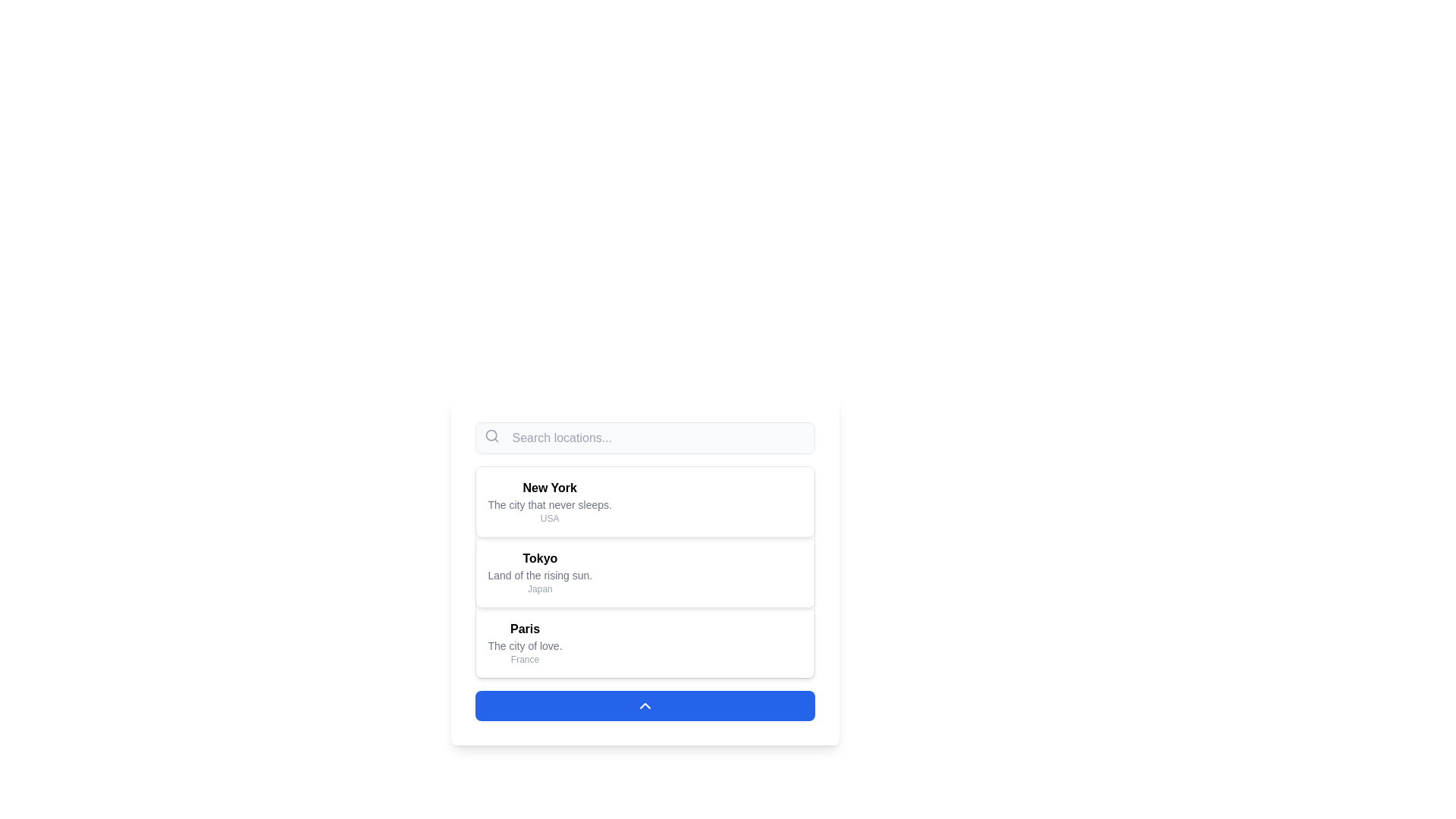 This screenshot has height=819, width=1456. I want to click on the magnifying glass-shaped search icon, which is styled with a gray stroke and positioned to the left of the input field in the search bar, so click(491, 435).